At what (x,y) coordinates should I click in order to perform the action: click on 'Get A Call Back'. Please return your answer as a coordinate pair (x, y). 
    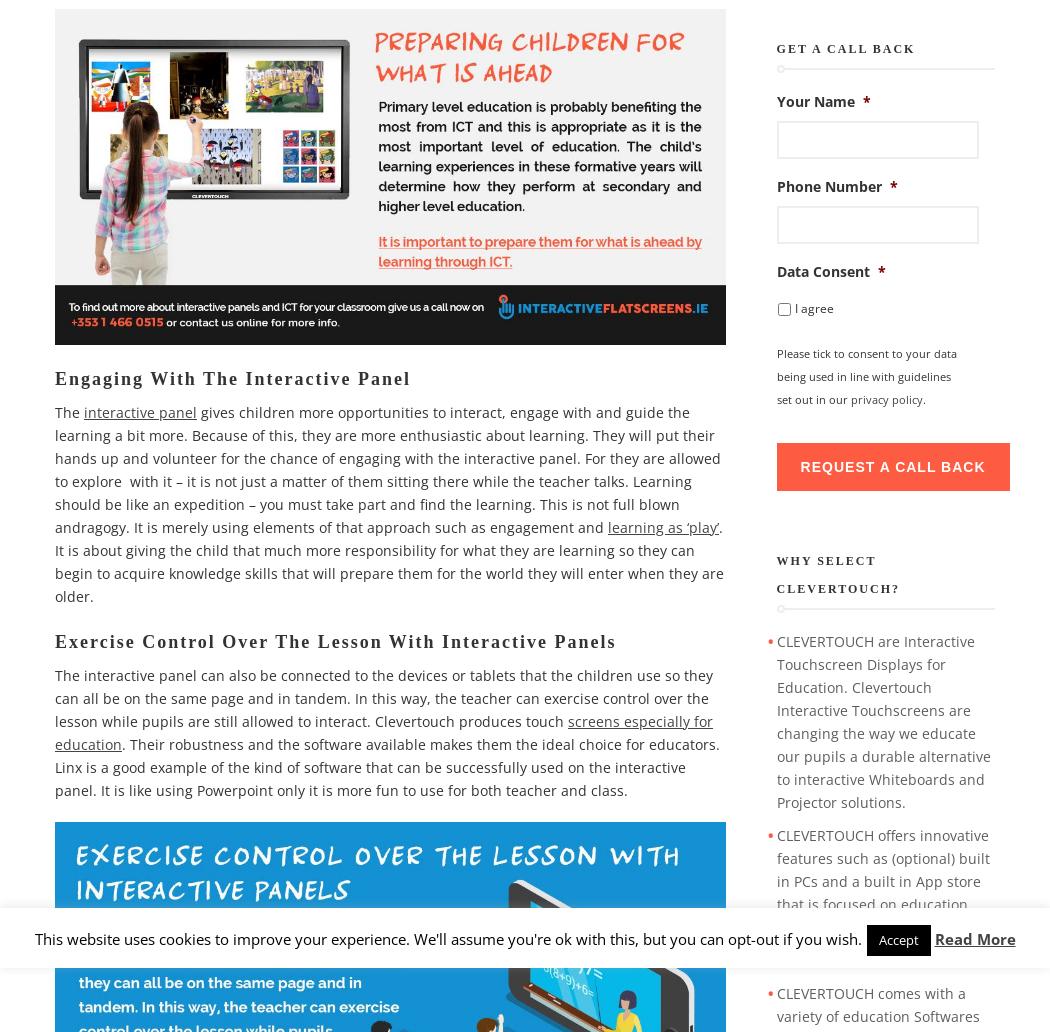
    Looking at the image, I should click on (845, 49).